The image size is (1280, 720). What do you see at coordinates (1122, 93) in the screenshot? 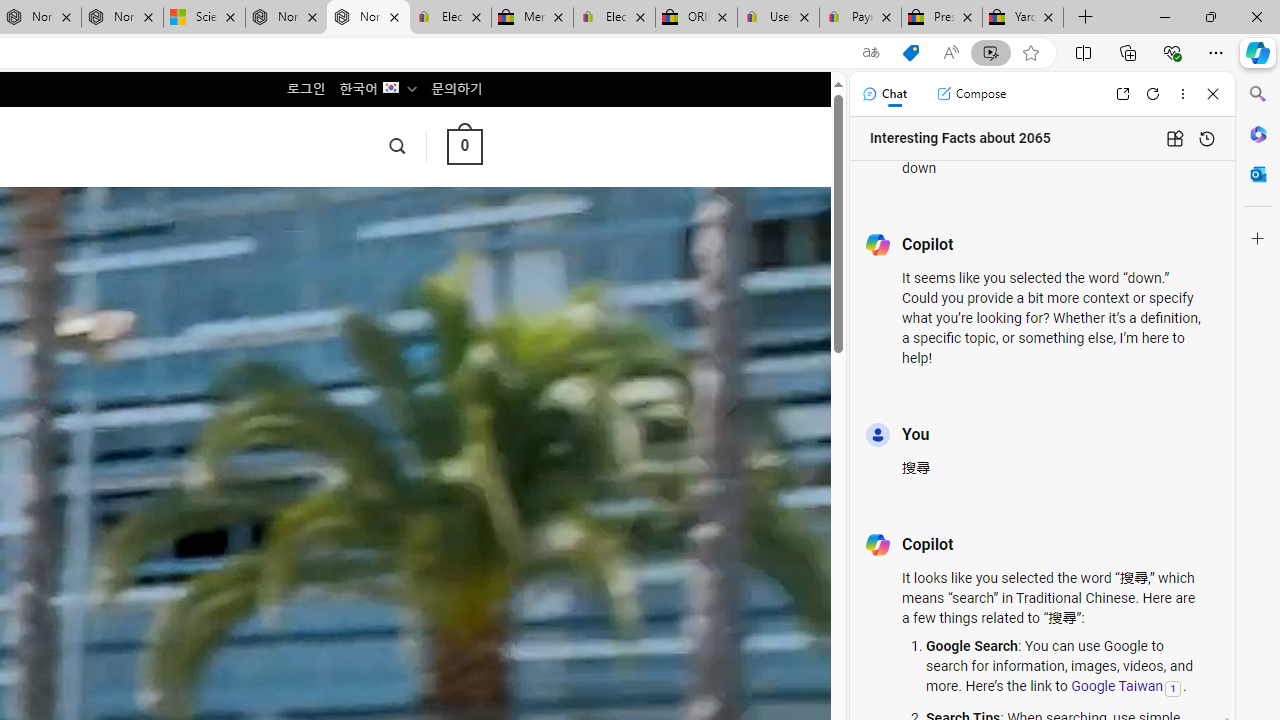
I see `'Open link in new tab'` at bounding box center [1122, 93].